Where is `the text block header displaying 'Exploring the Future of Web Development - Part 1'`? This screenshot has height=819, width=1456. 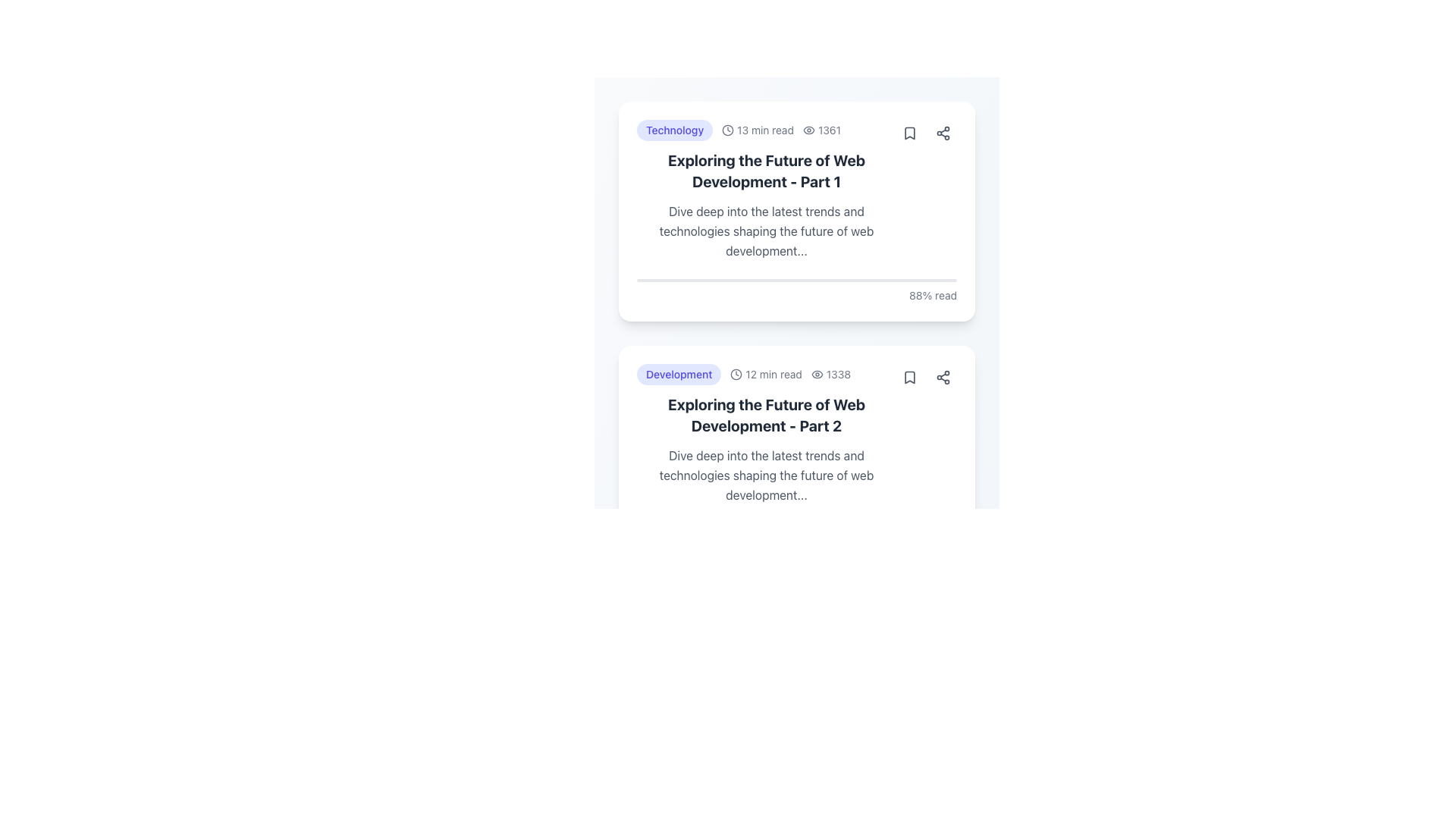
the text block header displaying 'Exploring the Future of Web Development - Part 1' is located at coordinates (767, 171).